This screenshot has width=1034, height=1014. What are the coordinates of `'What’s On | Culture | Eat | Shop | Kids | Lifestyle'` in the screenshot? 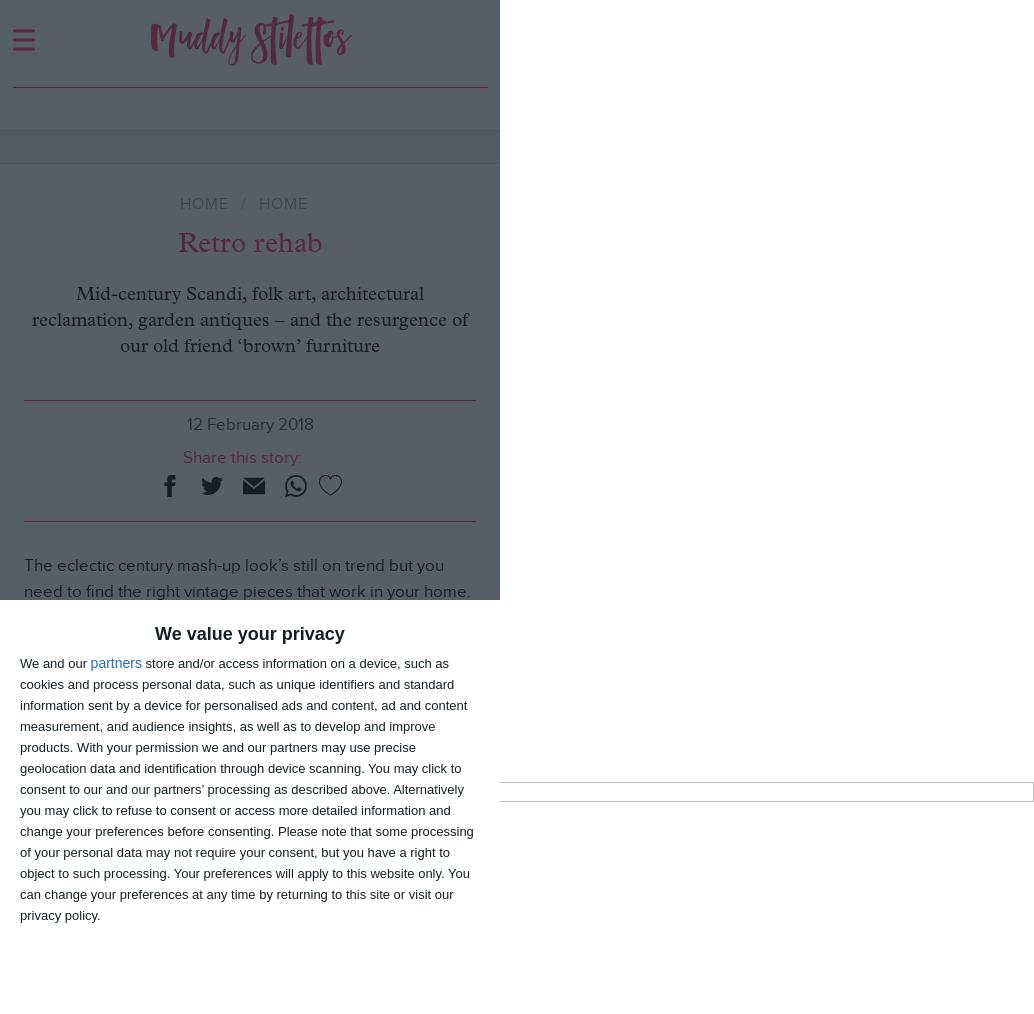 It's located at (250, 939).